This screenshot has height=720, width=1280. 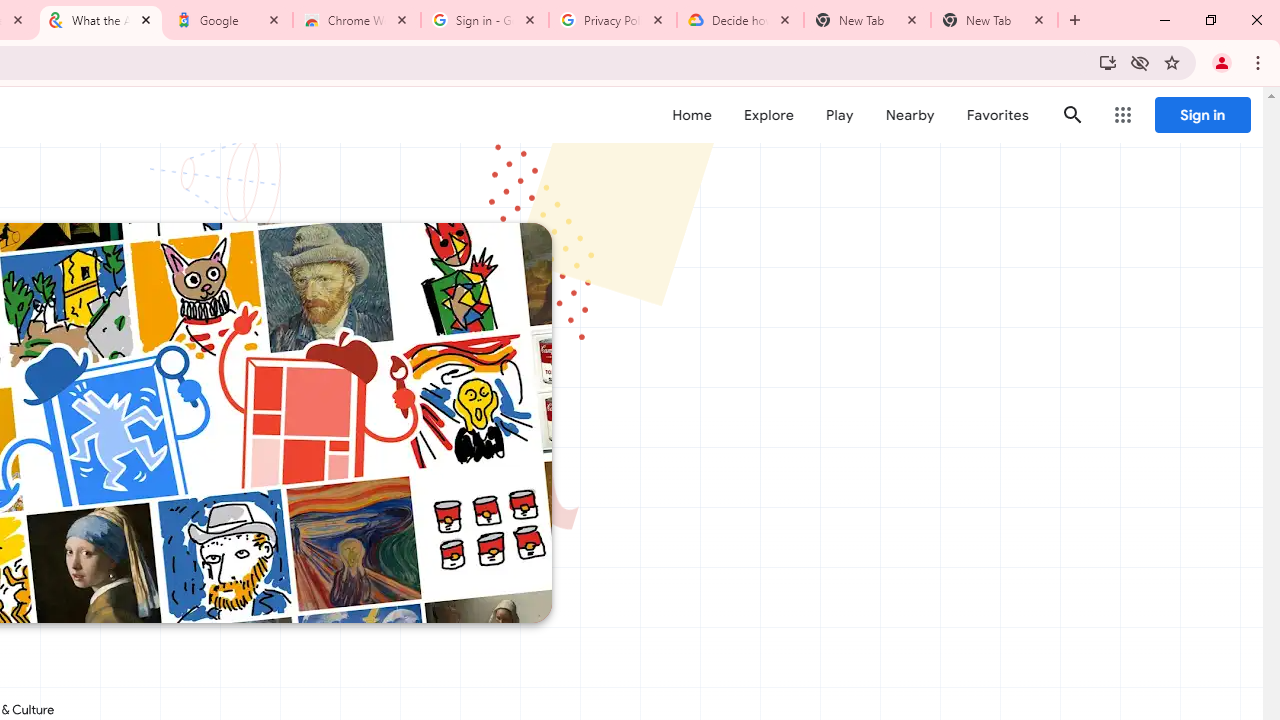 What do you see at coordinates (994, 20) in the screenshot?
I see `'New Tab'` at bounding box center [994, 20].